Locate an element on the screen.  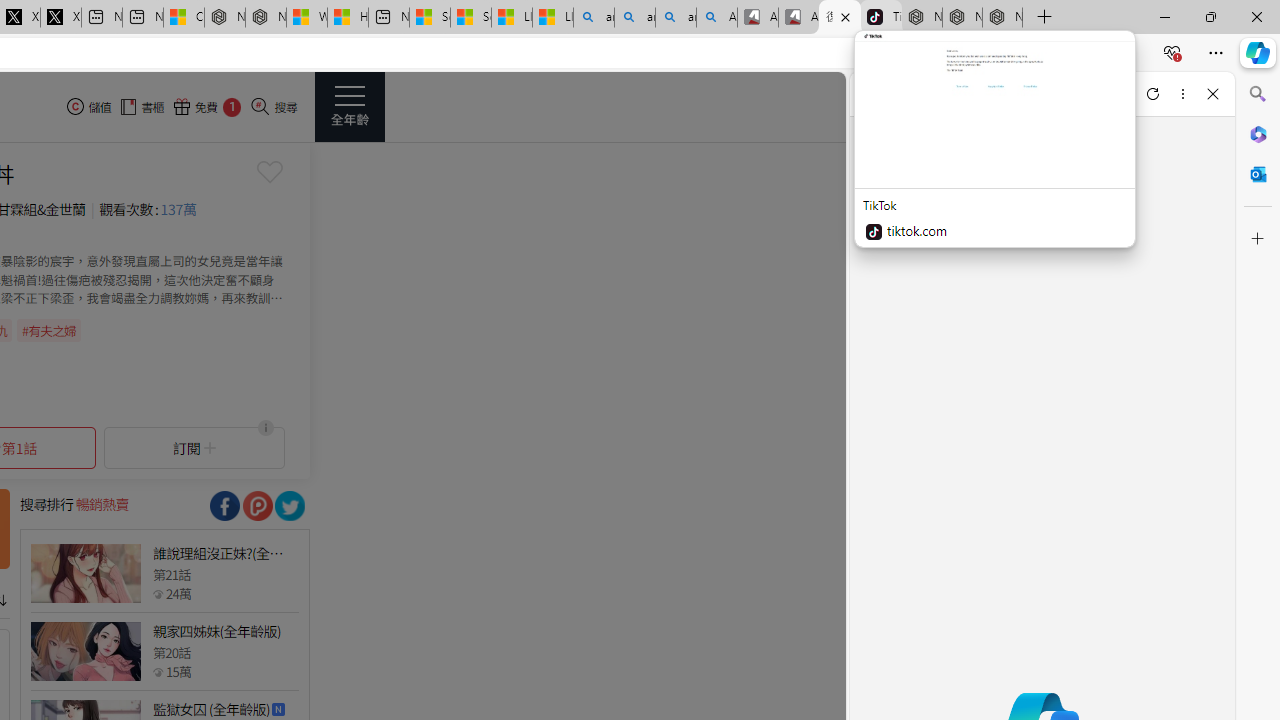
'Nordace Siena Pro 15 Backpack' is located at coordinates (962, 17).